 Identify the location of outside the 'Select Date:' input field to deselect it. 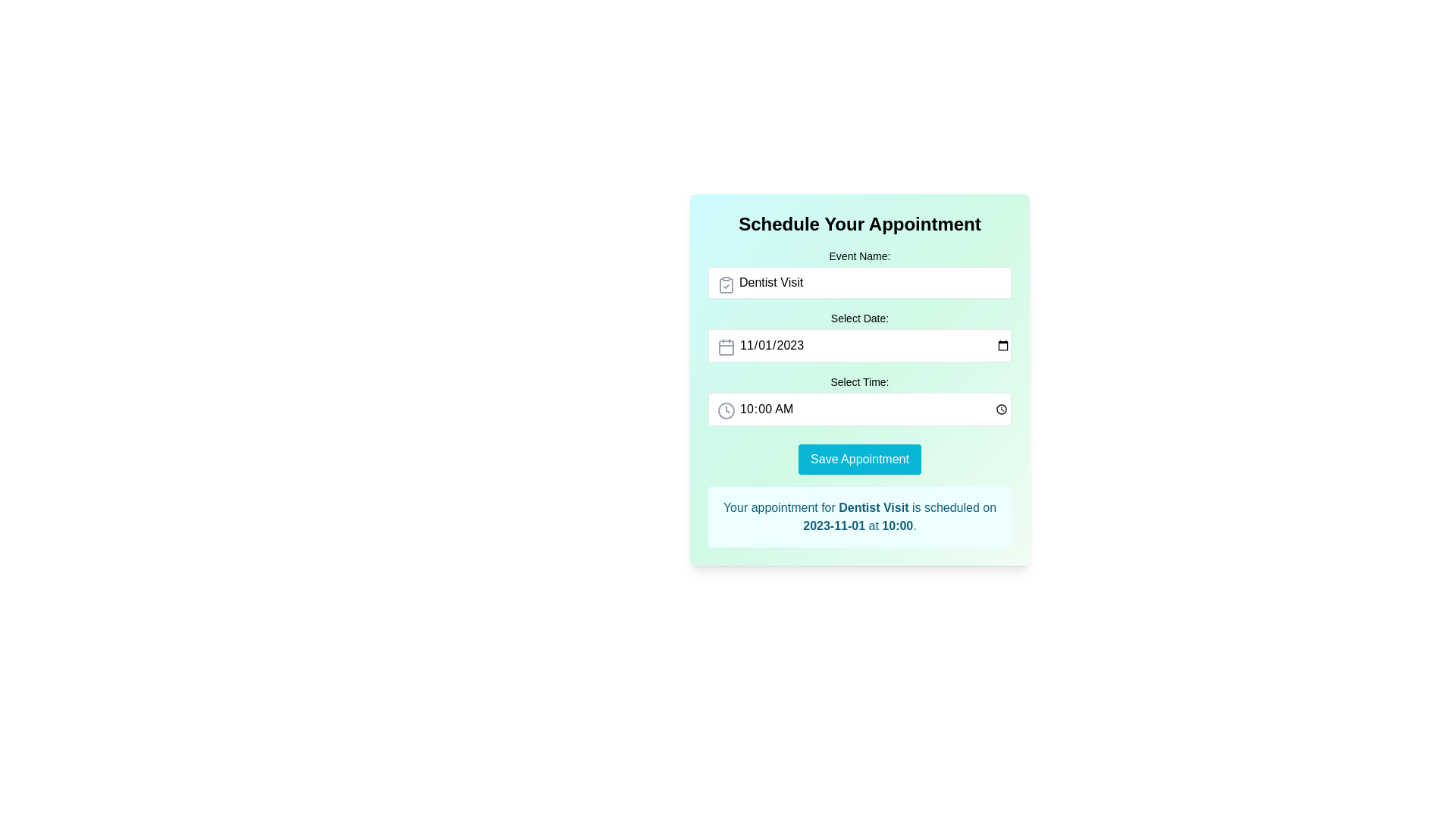
(859, 335).